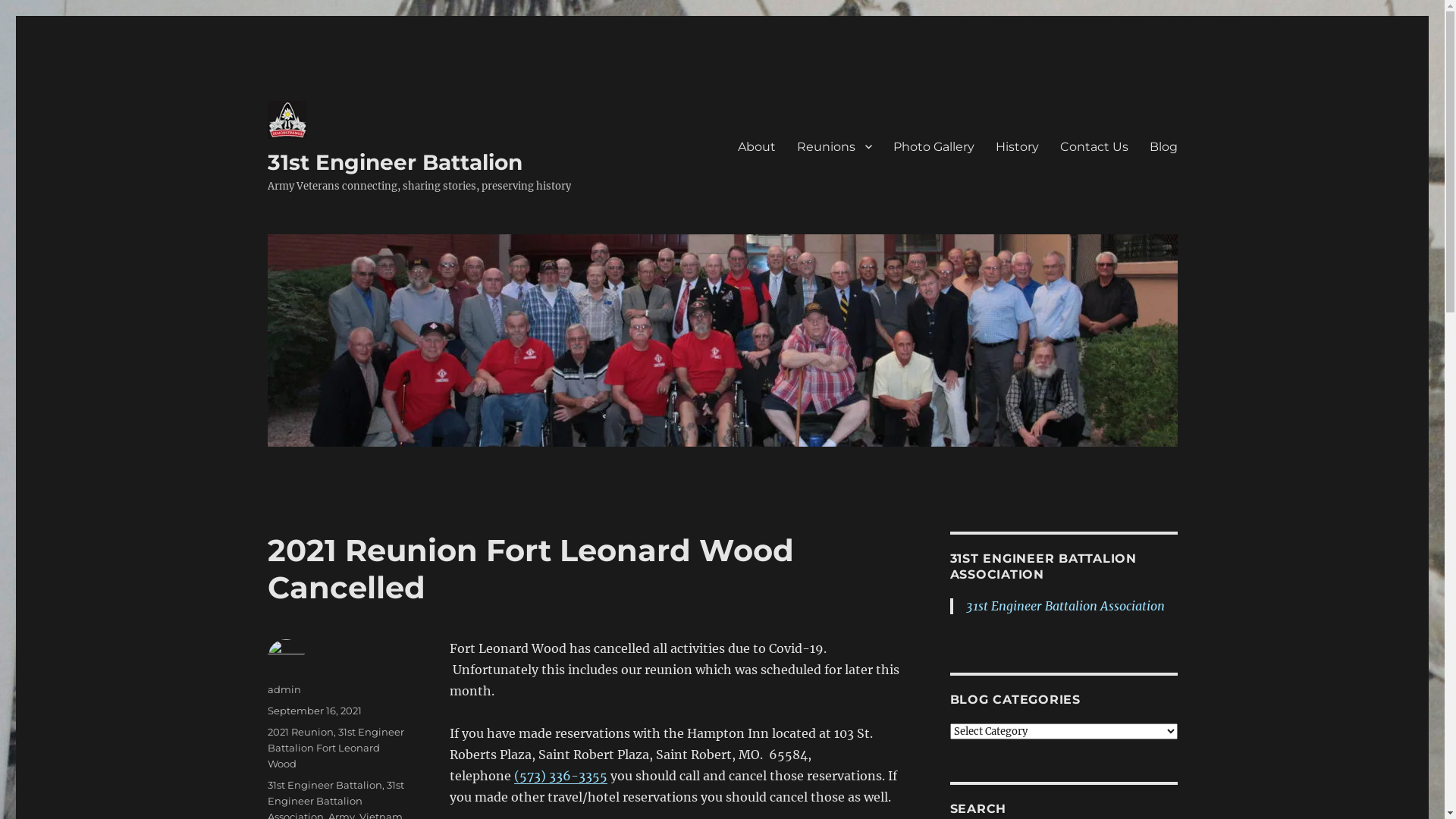  I want to click on 'Reunions', so click(833, 146).